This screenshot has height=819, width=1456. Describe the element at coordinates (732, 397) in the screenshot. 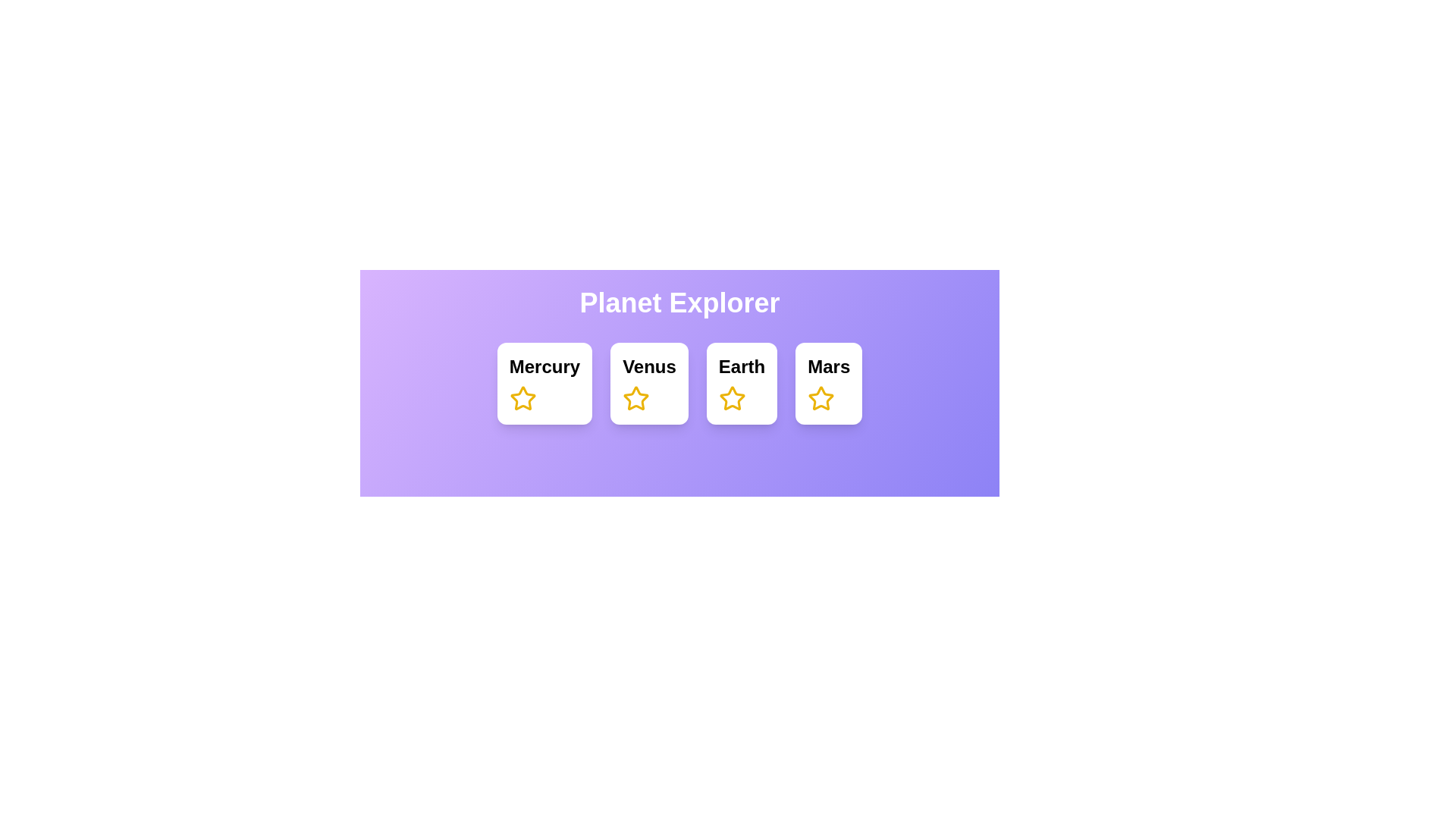

I see `the star icon outlined in gold, located under the card labeled 'Earth,'` at that location.